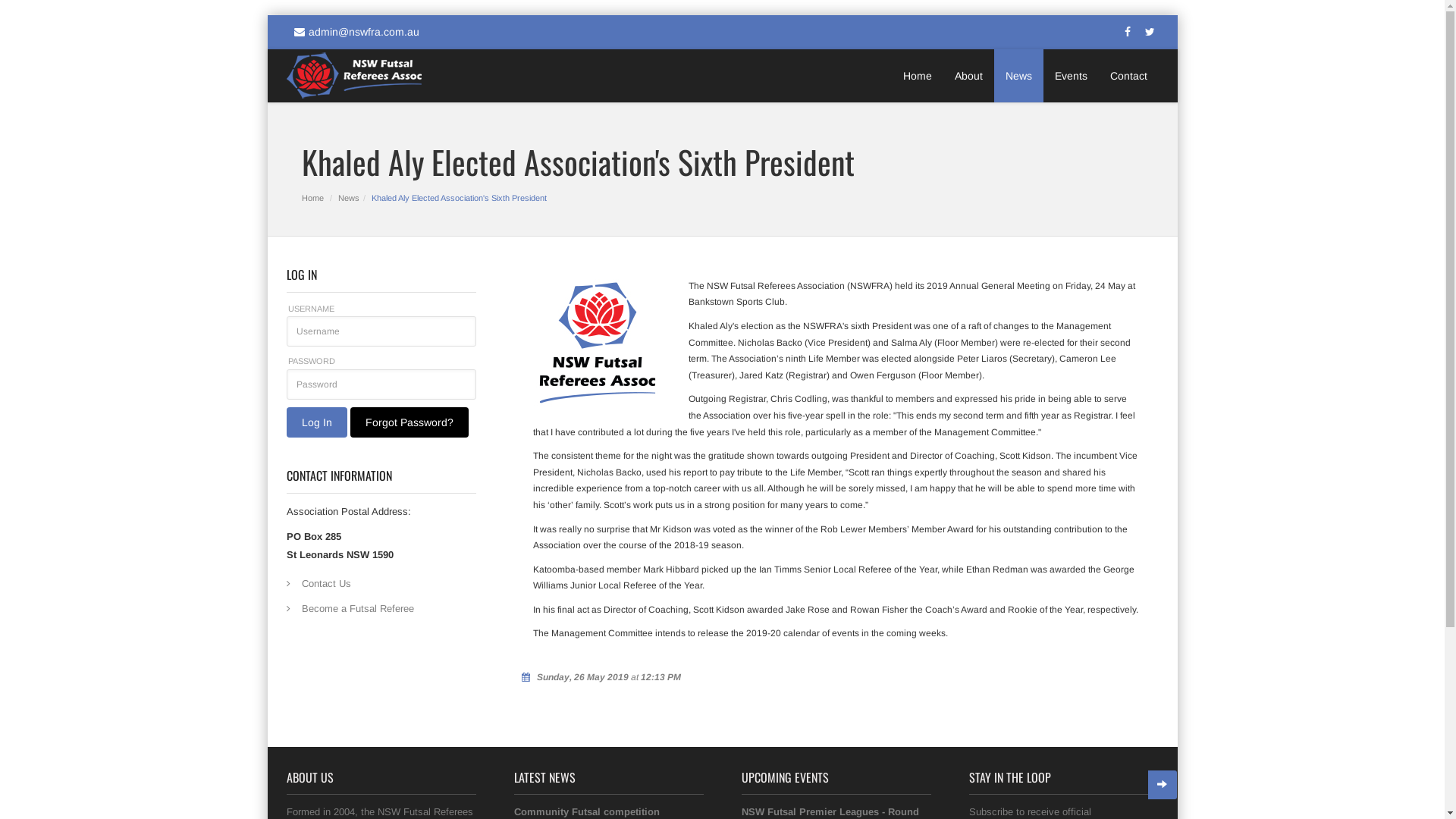 This screenshot has height=819, width=1456. I want to click on 'News', so click(1018, 76).